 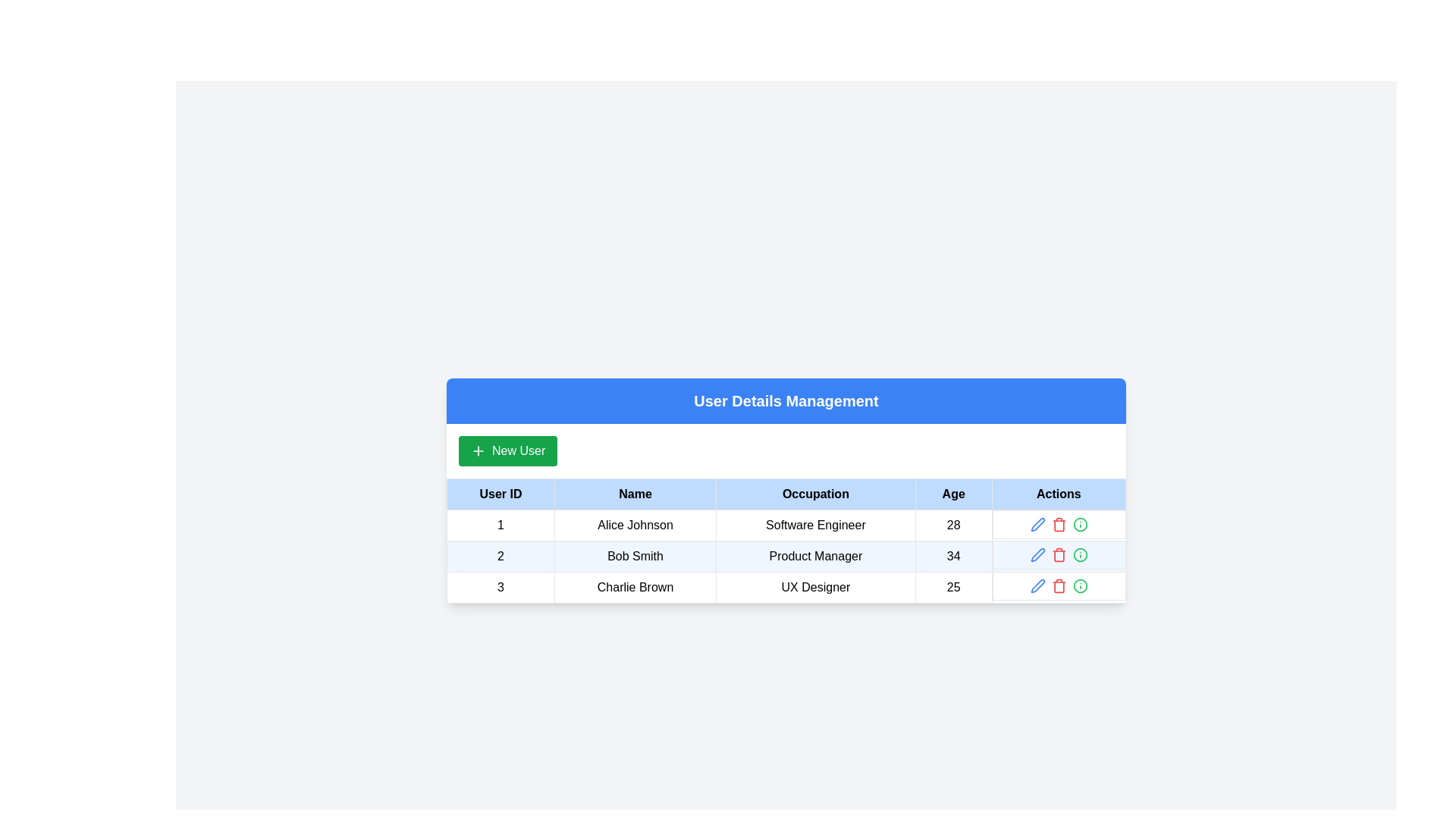 What do you see at coordinates (1058, 523) in the screenshot?
I see `the red delete icon in the Action button group positioned at the rightmost part of the first row of the table under the 'Actions' column to confirm deletion` at bounding box center [1058, 523].